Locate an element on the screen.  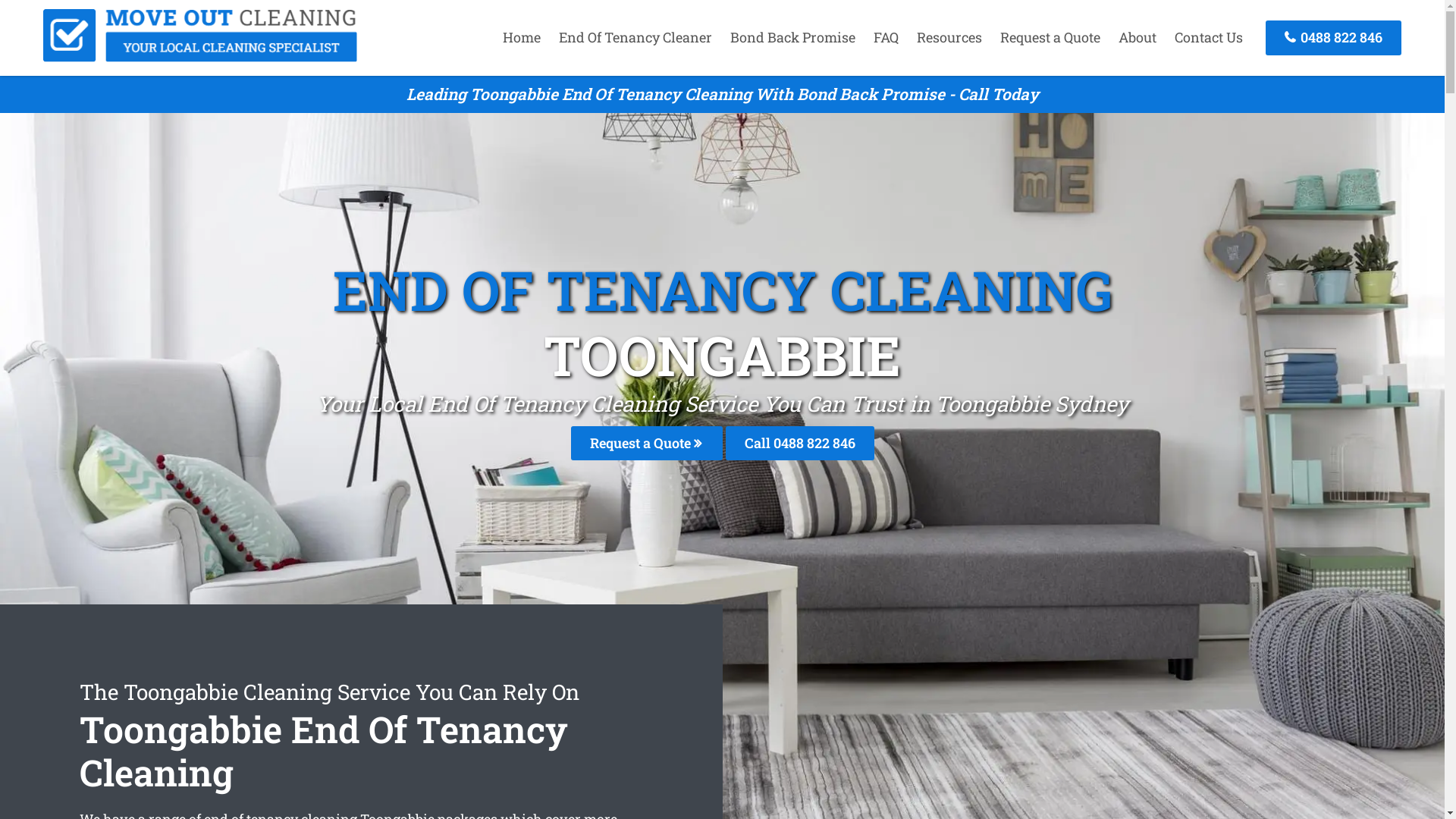
'Home' is located at coordinates (521, 36).